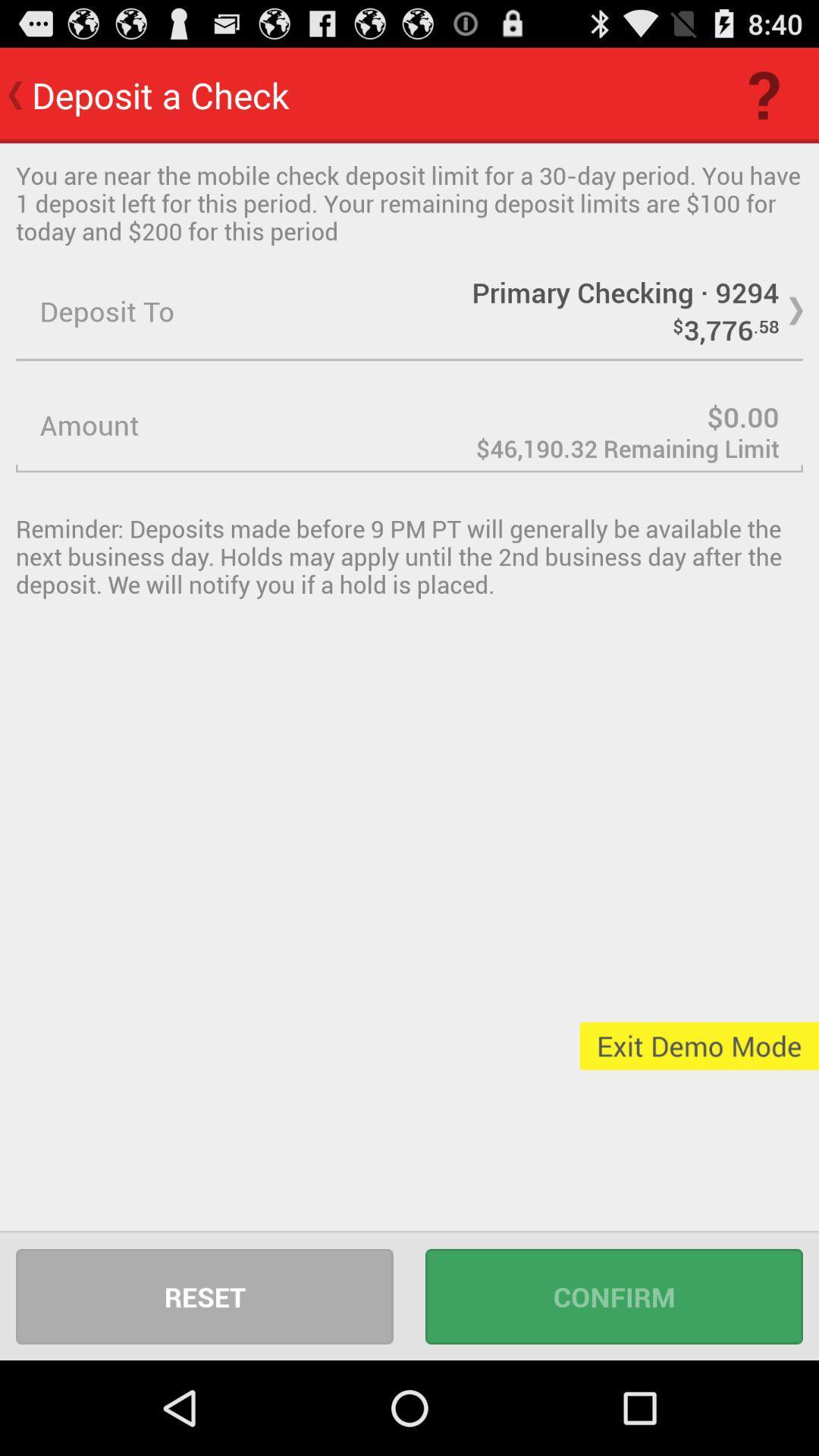 This screenshot has height=1456, width=819. Describe the element at coordinates (614, 1295) in the screenshot. I see `item at the bottom right corner` at that location.